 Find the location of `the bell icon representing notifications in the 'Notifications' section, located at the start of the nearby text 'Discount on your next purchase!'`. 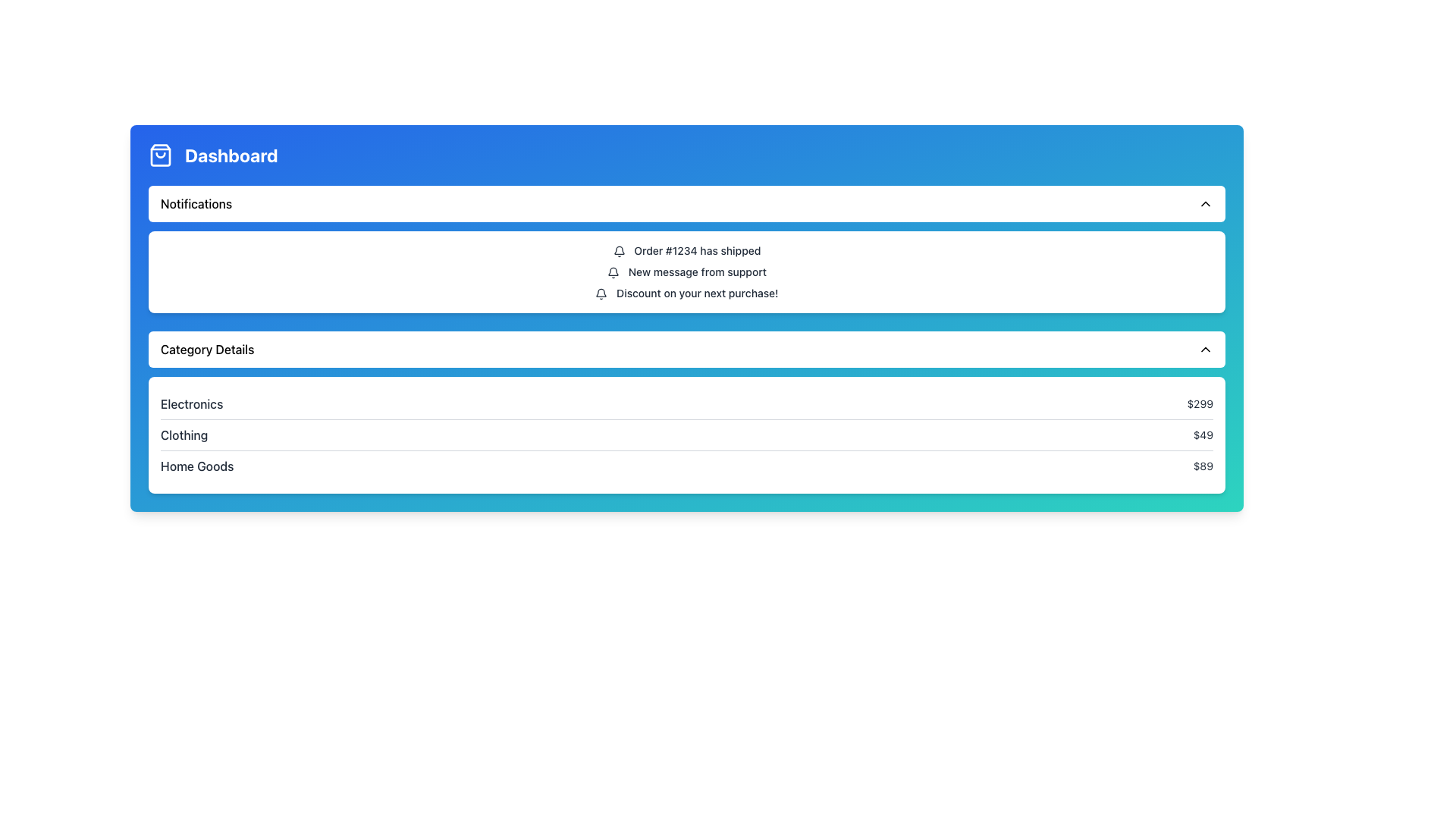

the bell icon representing notifications in the 'Notifications' section, located at the start of the nearby text 'Discount on your next purchase!' is located at coordinates (601, 294).